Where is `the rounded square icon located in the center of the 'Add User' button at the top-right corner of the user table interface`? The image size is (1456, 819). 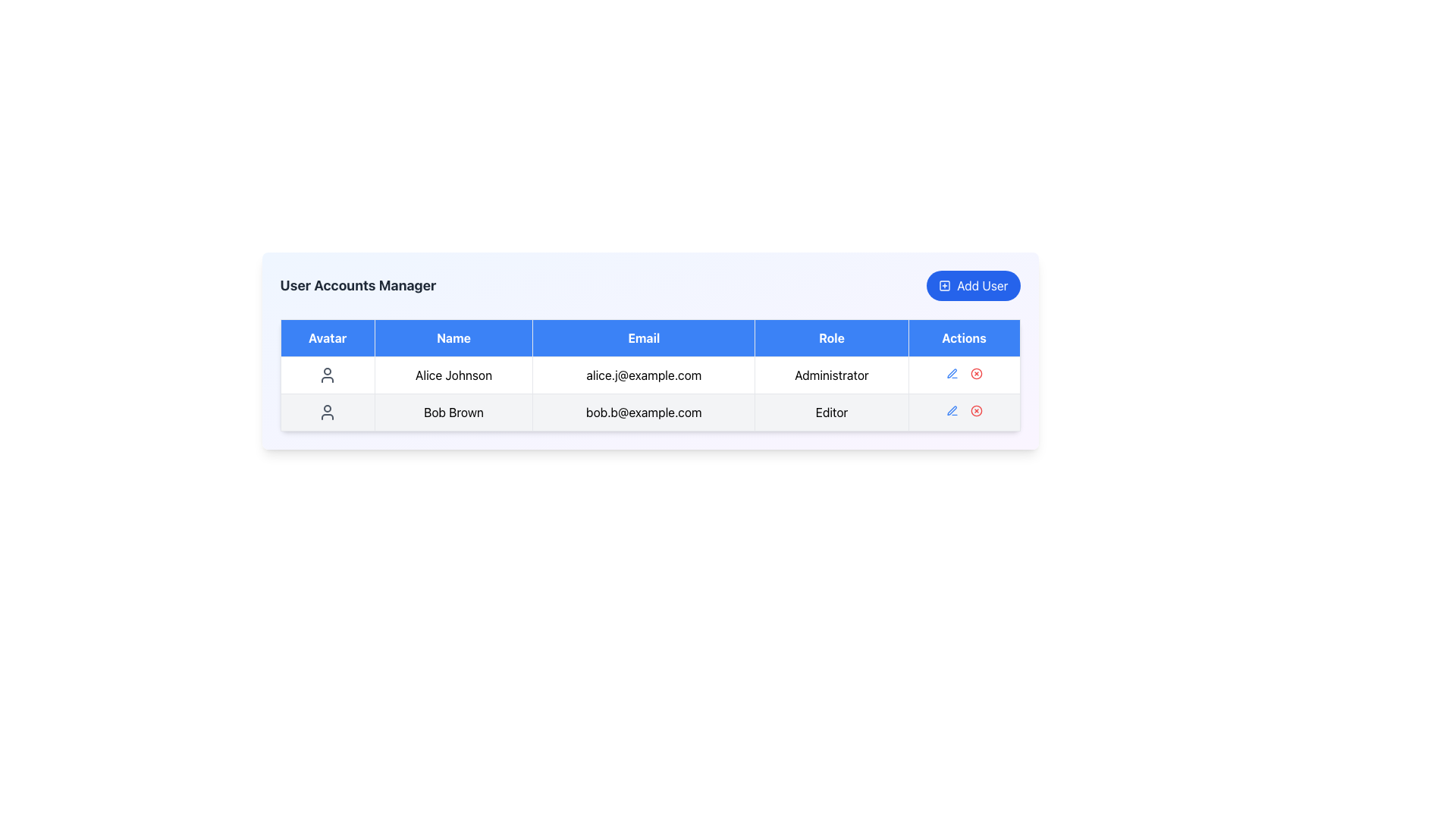 the rounded square icon located in the center of the 'Add User' button at the top-right corner of the user table interface is located at coordinates (944, 286).